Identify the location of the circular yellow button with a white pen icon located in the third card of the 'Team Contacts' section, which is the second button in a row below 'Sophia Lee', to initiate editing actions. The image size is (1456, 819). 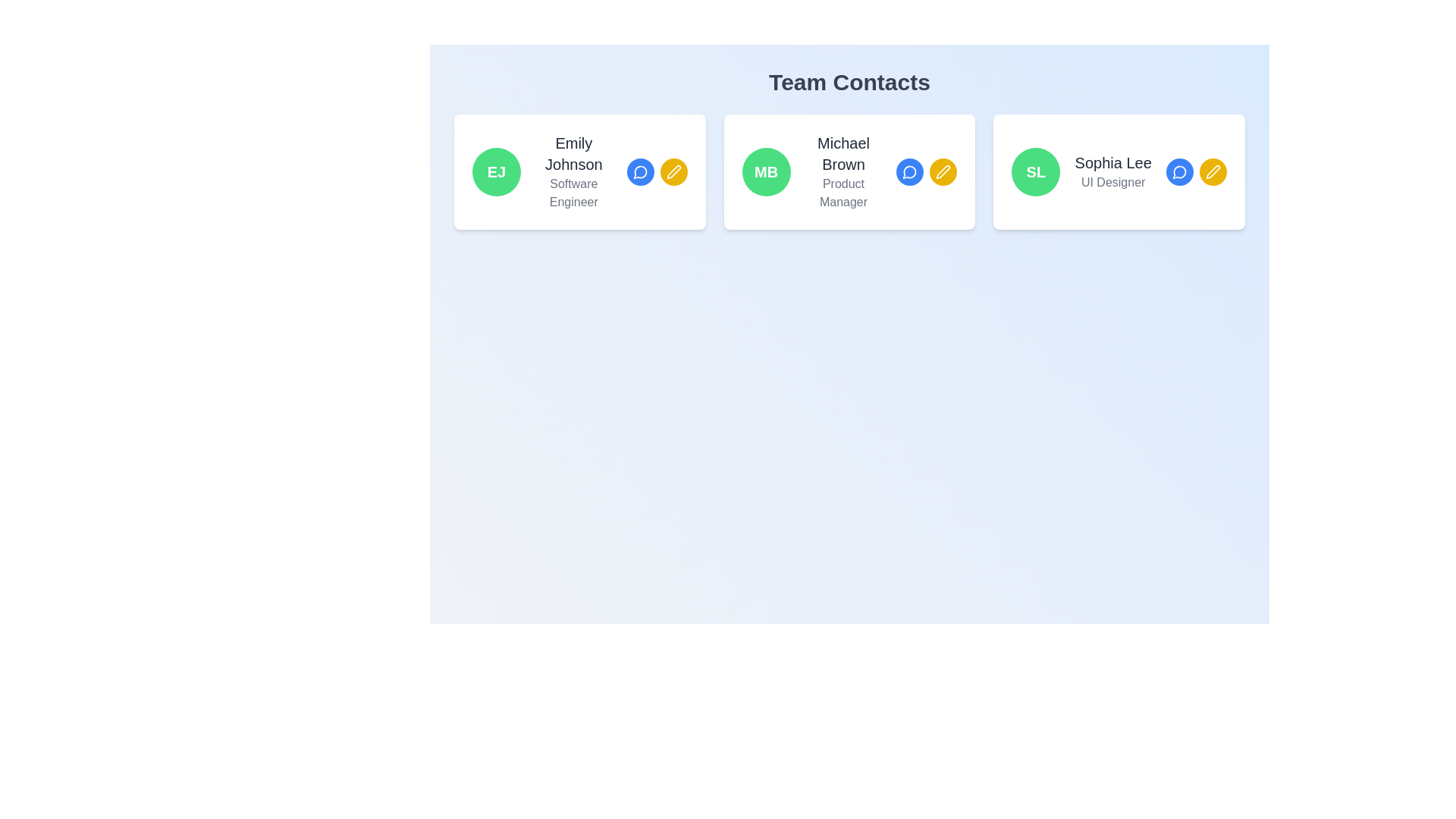
(1211, 171).